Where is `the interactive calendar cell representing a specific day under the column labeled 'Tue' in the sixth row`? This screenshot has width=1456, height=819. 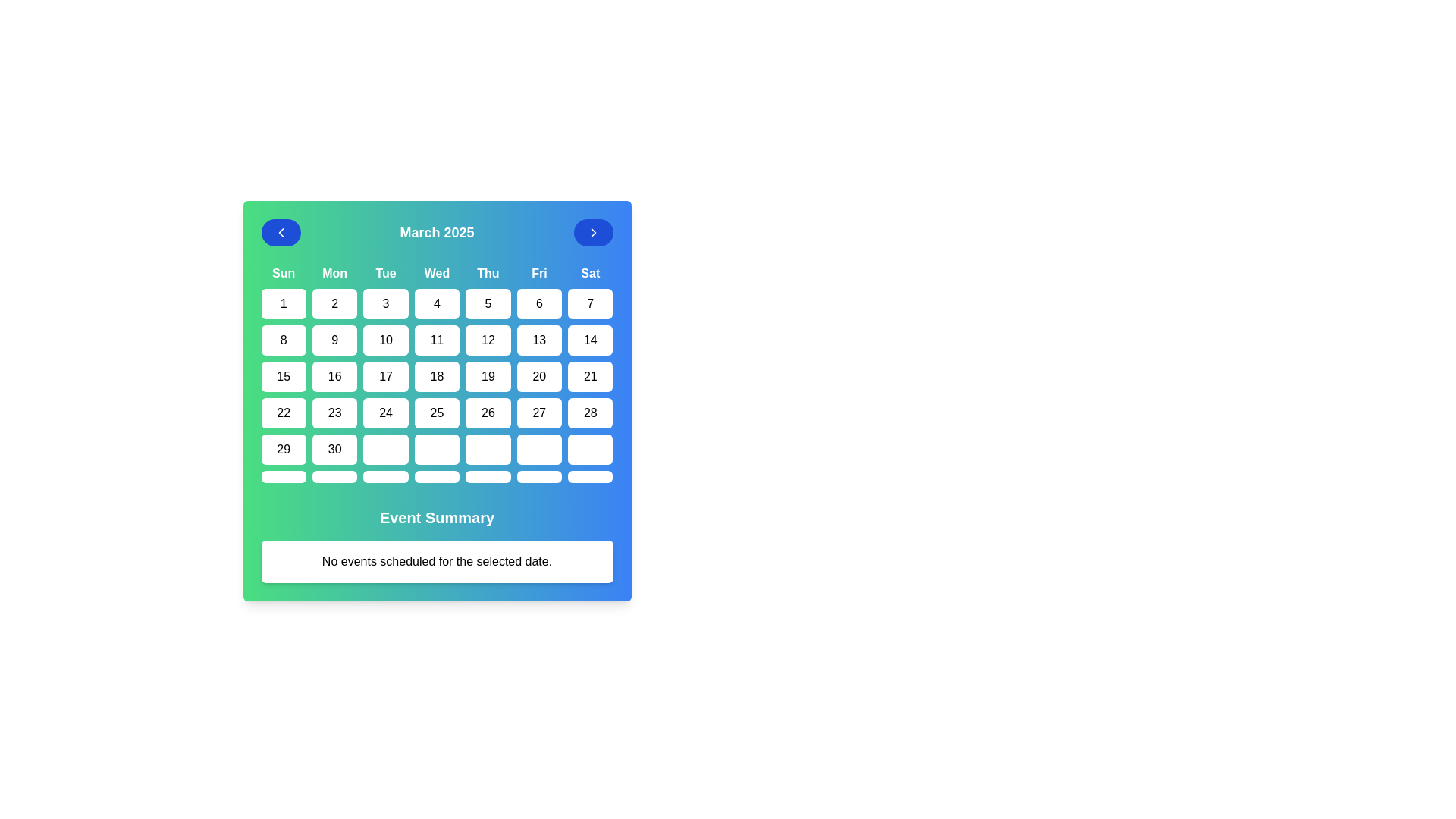
the interactive calendar cell representing a specific day under the column labeled 'Tue' in the sixth row is located at coordinates (385, 449).